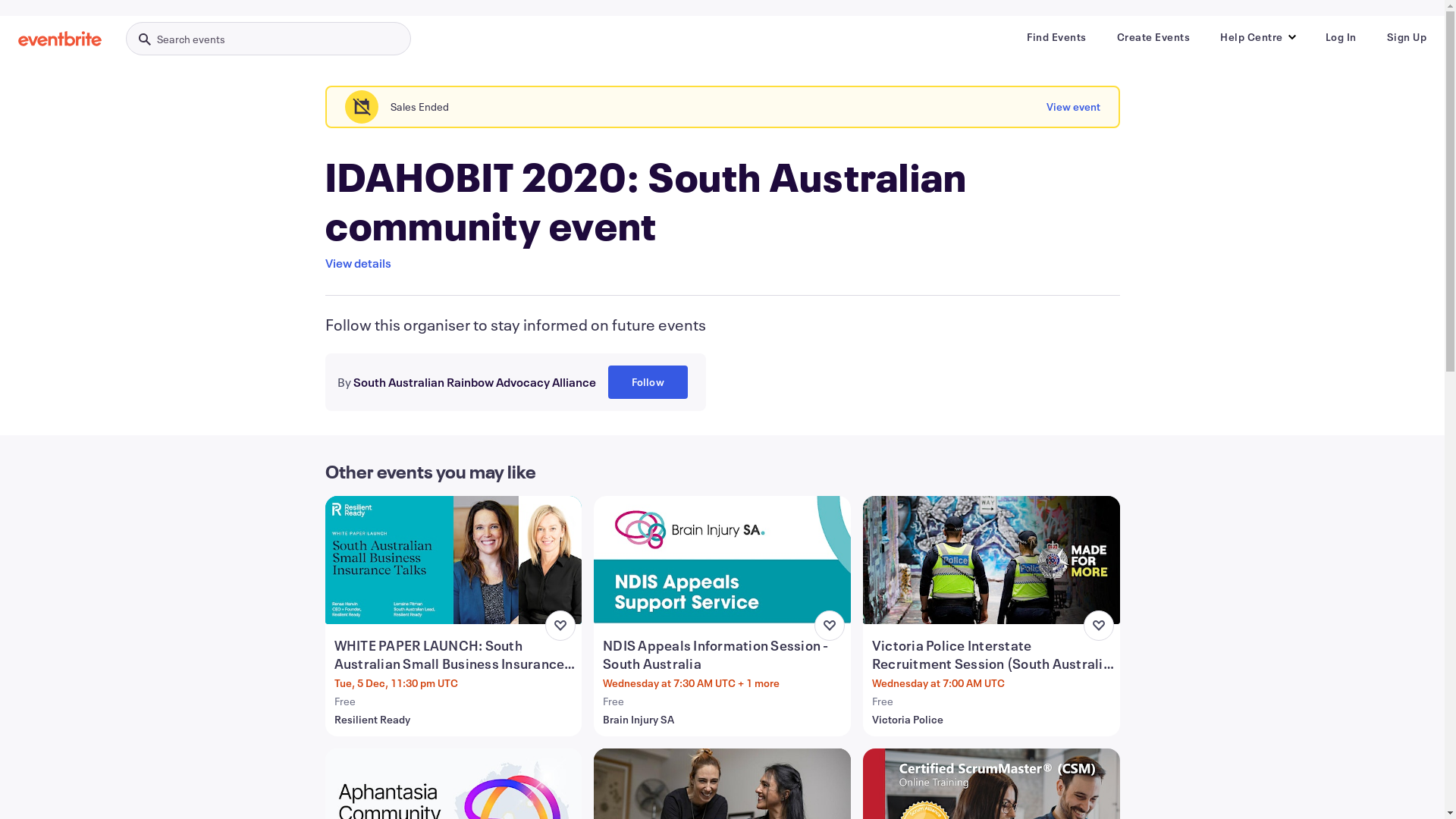 Image resolution: width=1456 pixels, height=819 pixels. Describe the element at coordinates (18, 37) in the screenshot. I see `'Eventbrite'` at that location.